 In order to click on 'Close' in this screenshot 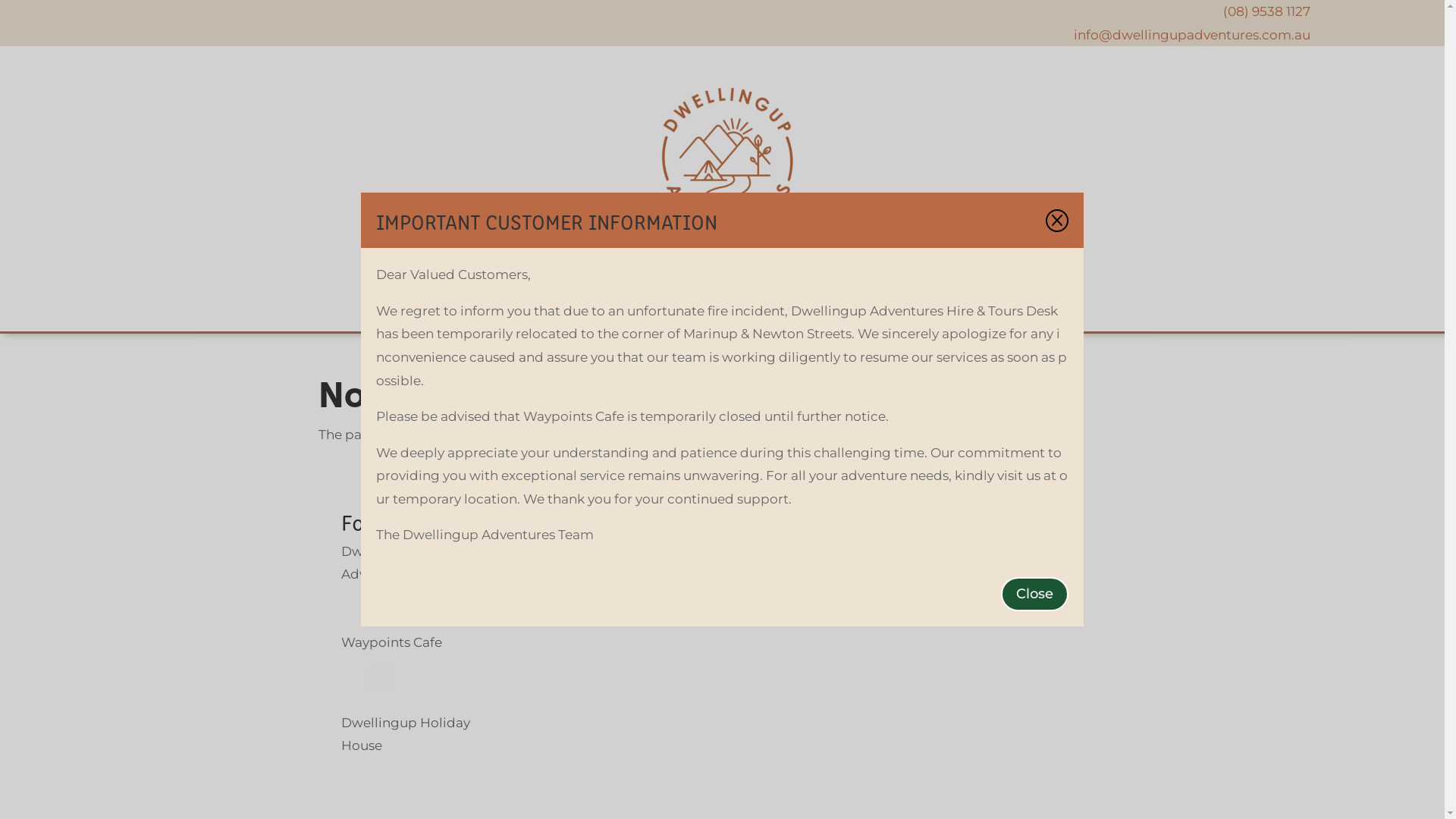, I will do `click(1001, 593)`.